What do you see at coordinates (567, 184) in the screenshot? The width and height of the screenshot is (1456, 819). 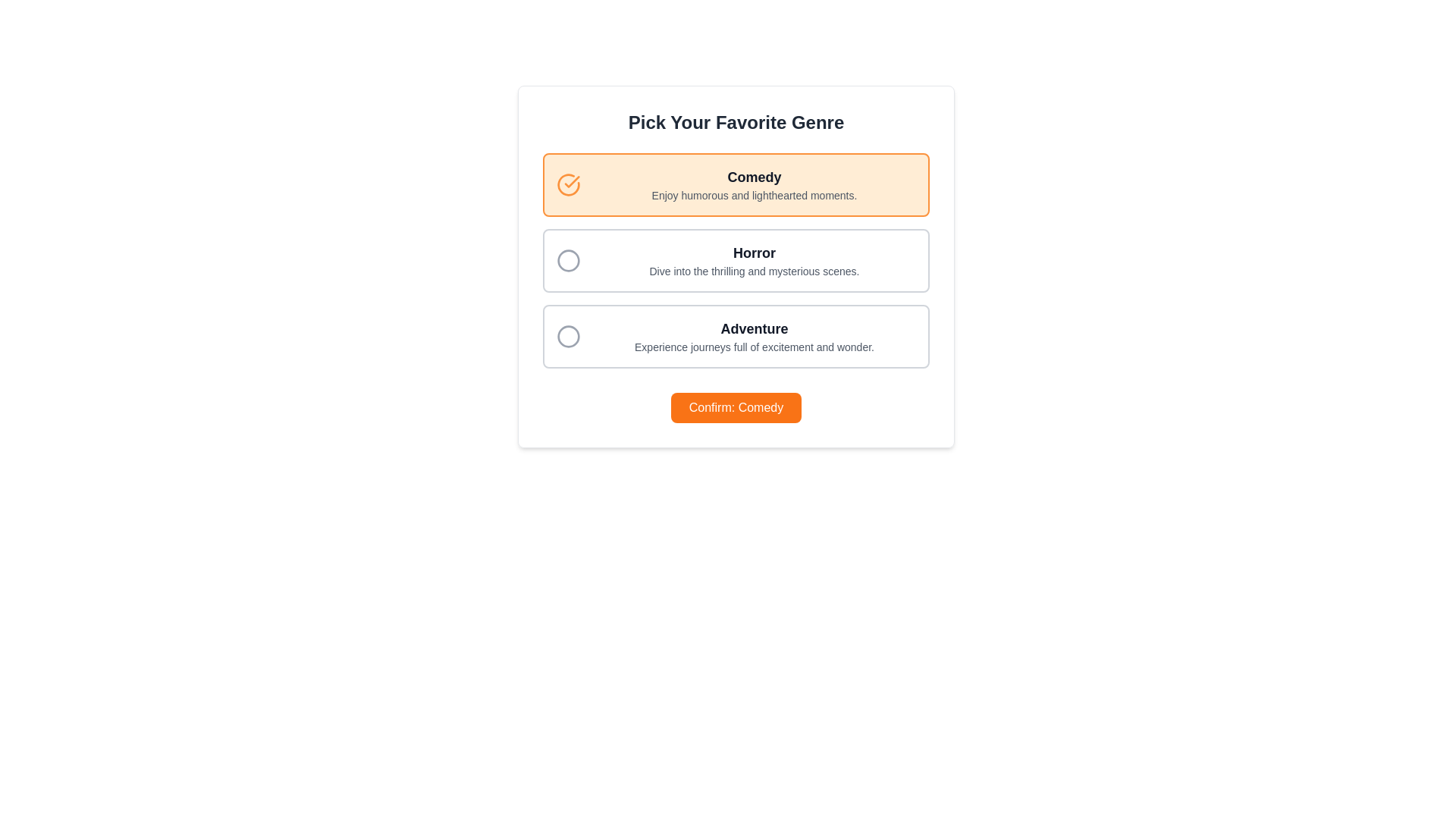 I see `the visual indicator icon that shows the 'Comedy' genre has been selected, located at the top left corner of the 'Comedy' selection option` at bounding box center [567, 184].